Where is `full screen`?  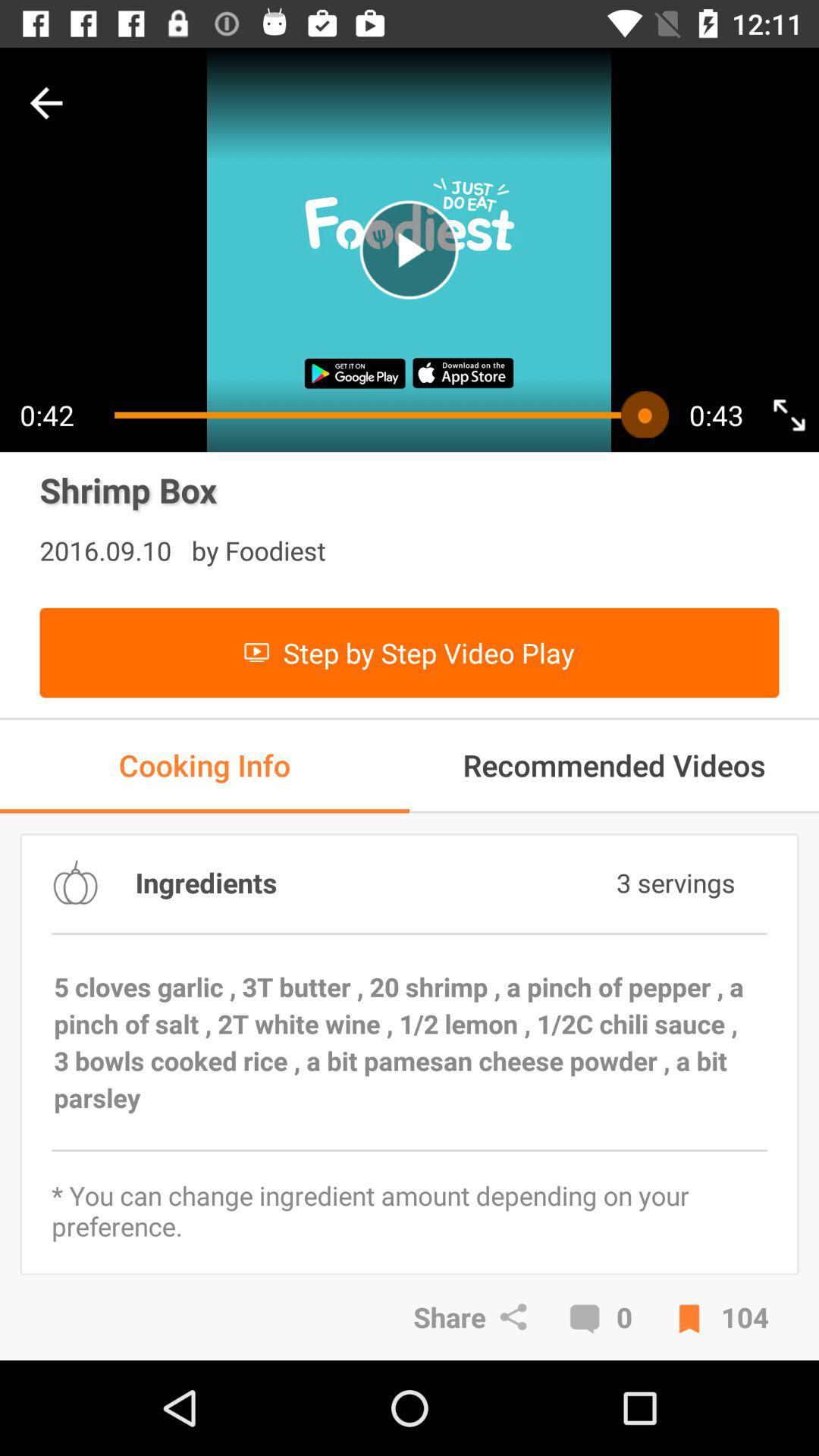
full screen is located at coordinates (788, 415).